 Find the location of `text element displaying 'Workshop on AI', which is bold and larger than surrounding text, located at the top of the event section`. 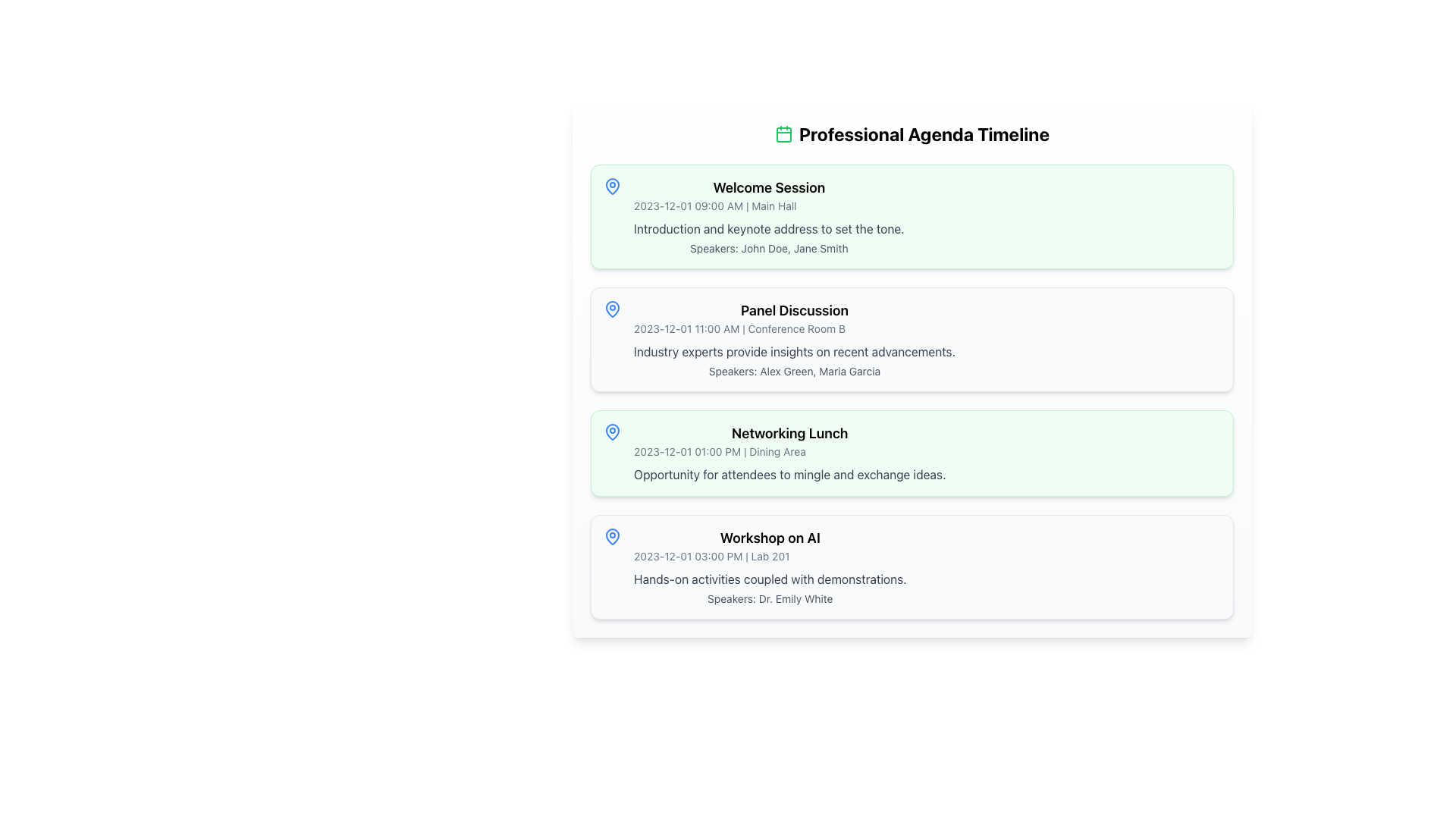

text element displaying 'Workshop on AI', which is bold and larger than surrounding text, located at the top of the event section is located at coordinates (770, 537).